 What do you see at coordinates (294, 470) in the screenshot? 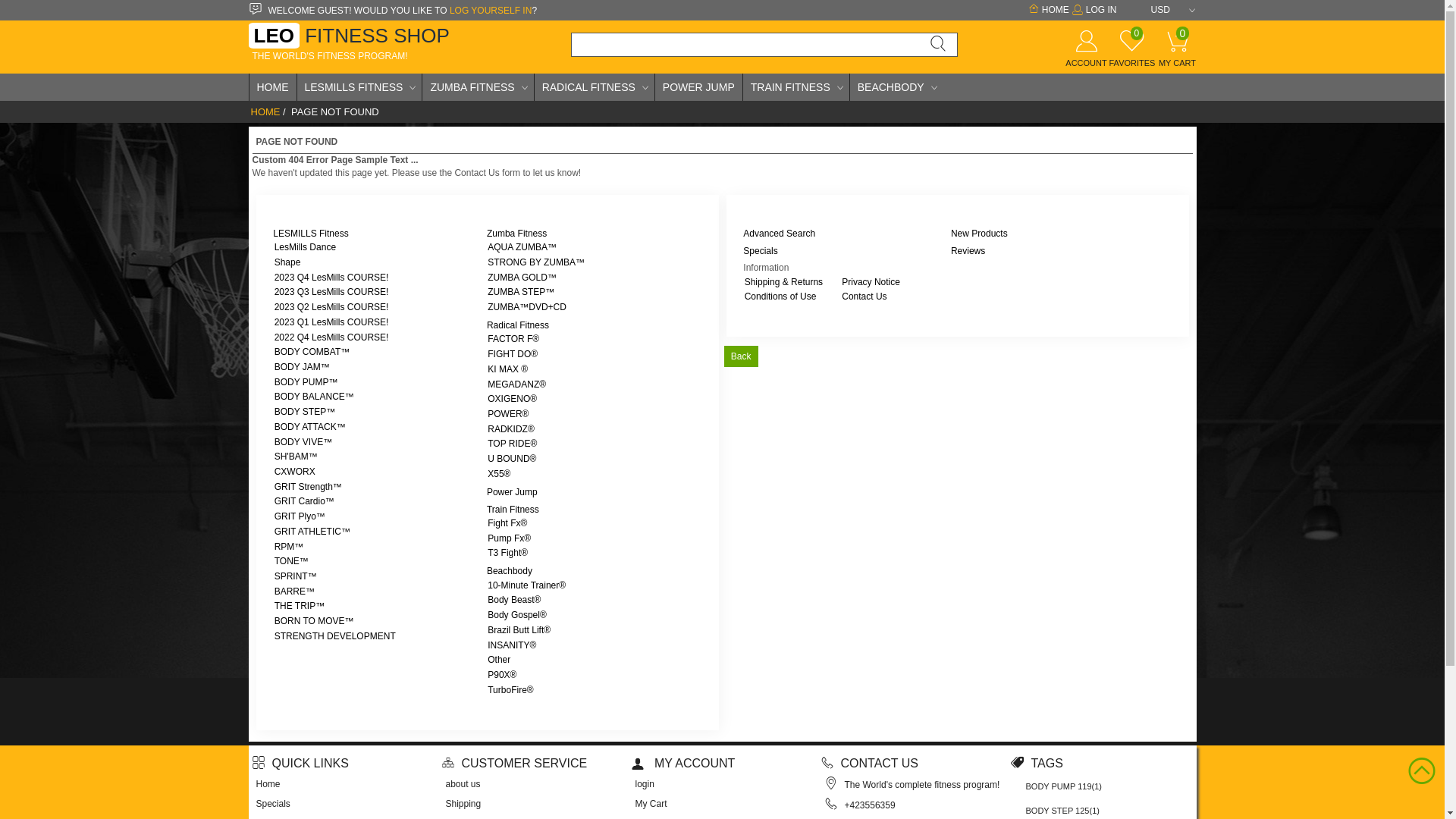
I see `'CXWORX'` at bounding box center [294, 470].